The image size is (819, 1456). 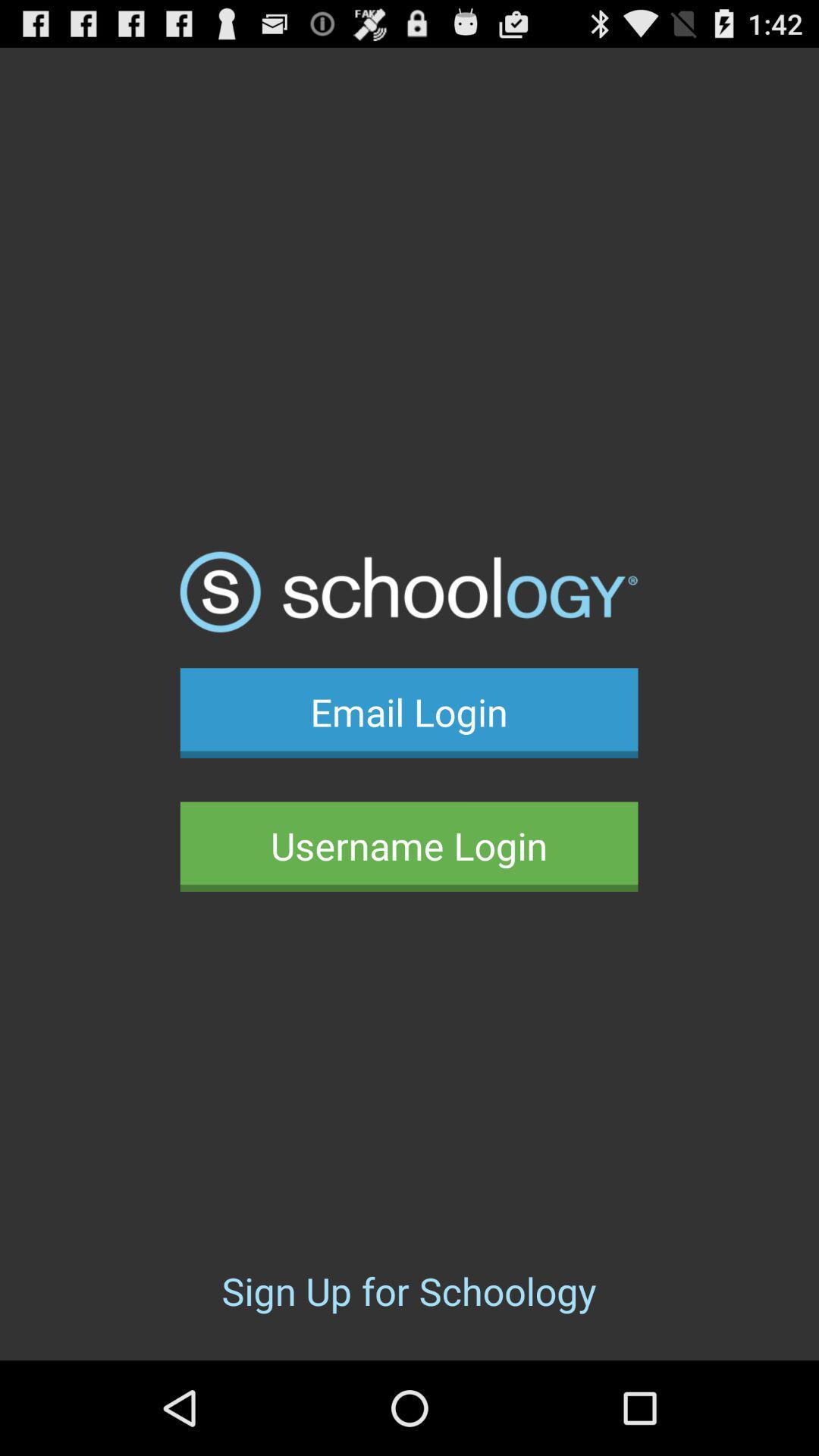 What do you see at coordinates (408, 846) in the screenshot?
I see `button above the sign up for button` at bounding box center [408, 846].